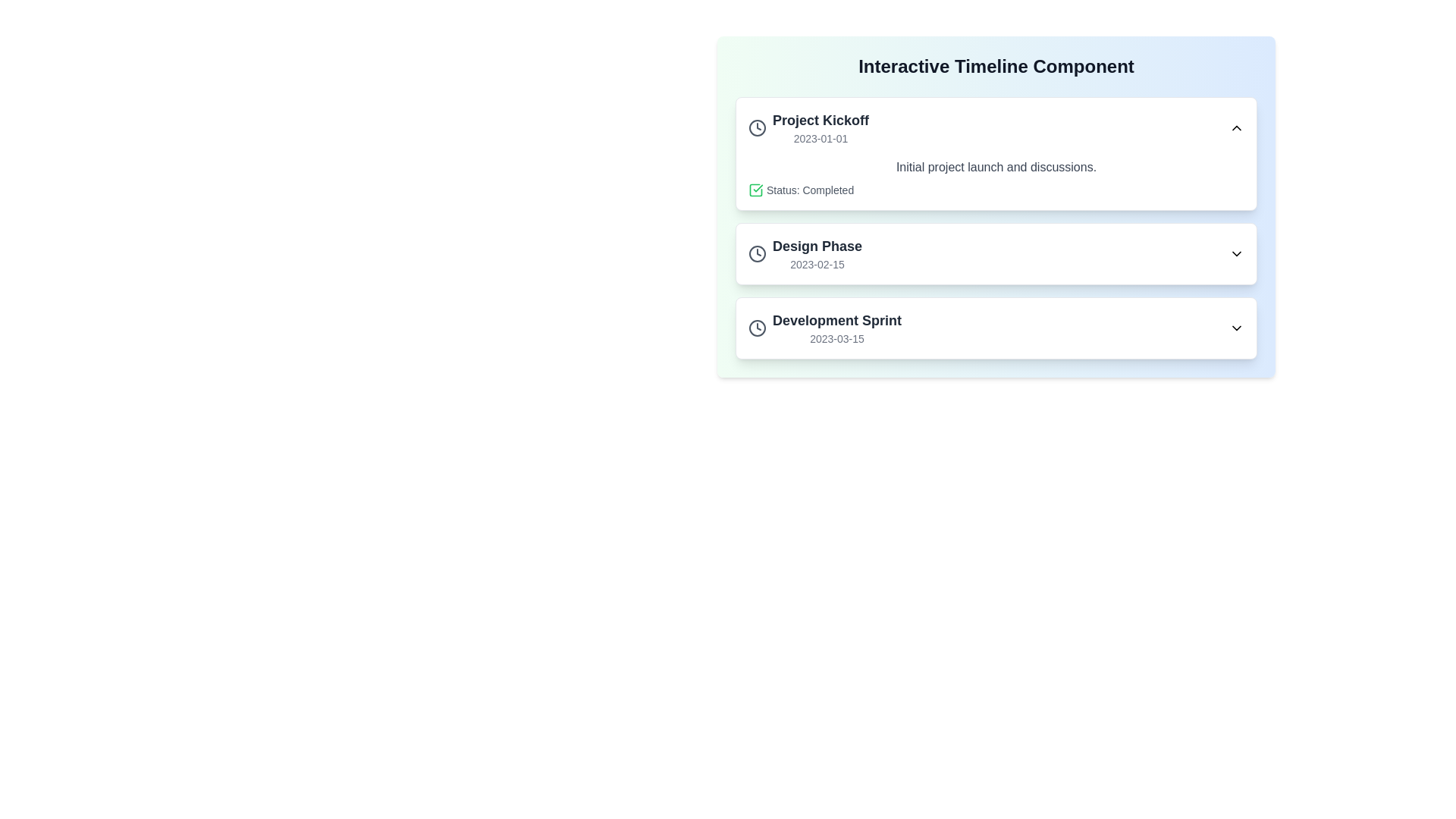  Describe the element at coordinates (808, 127) in the screenshot. I see `the first Timeline Entry indicating the 'Project Kickoff' event` at that location.